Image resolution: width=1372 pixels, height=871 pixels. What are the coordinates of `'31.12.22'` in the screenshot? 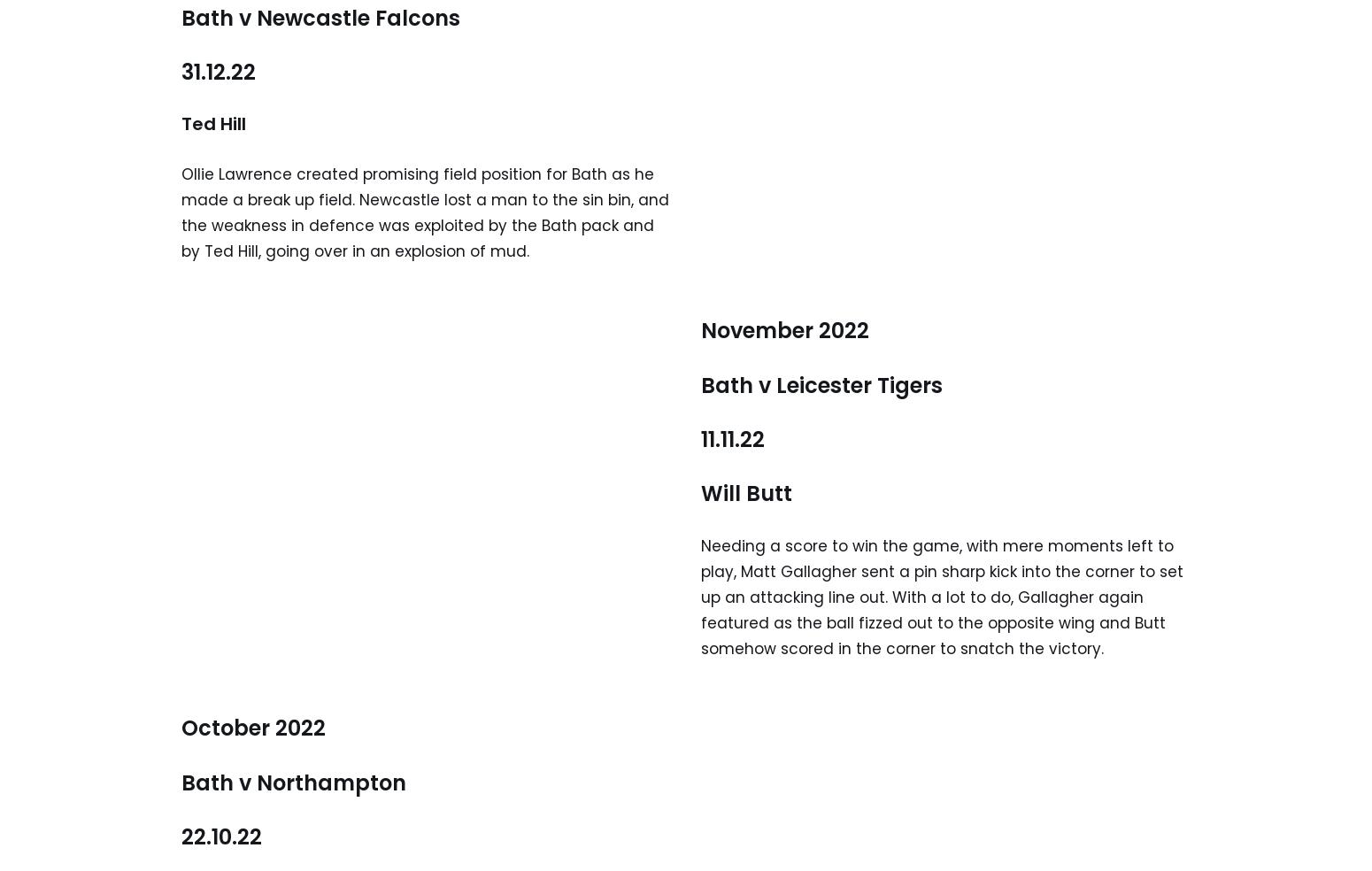 It's located at (219, 70).